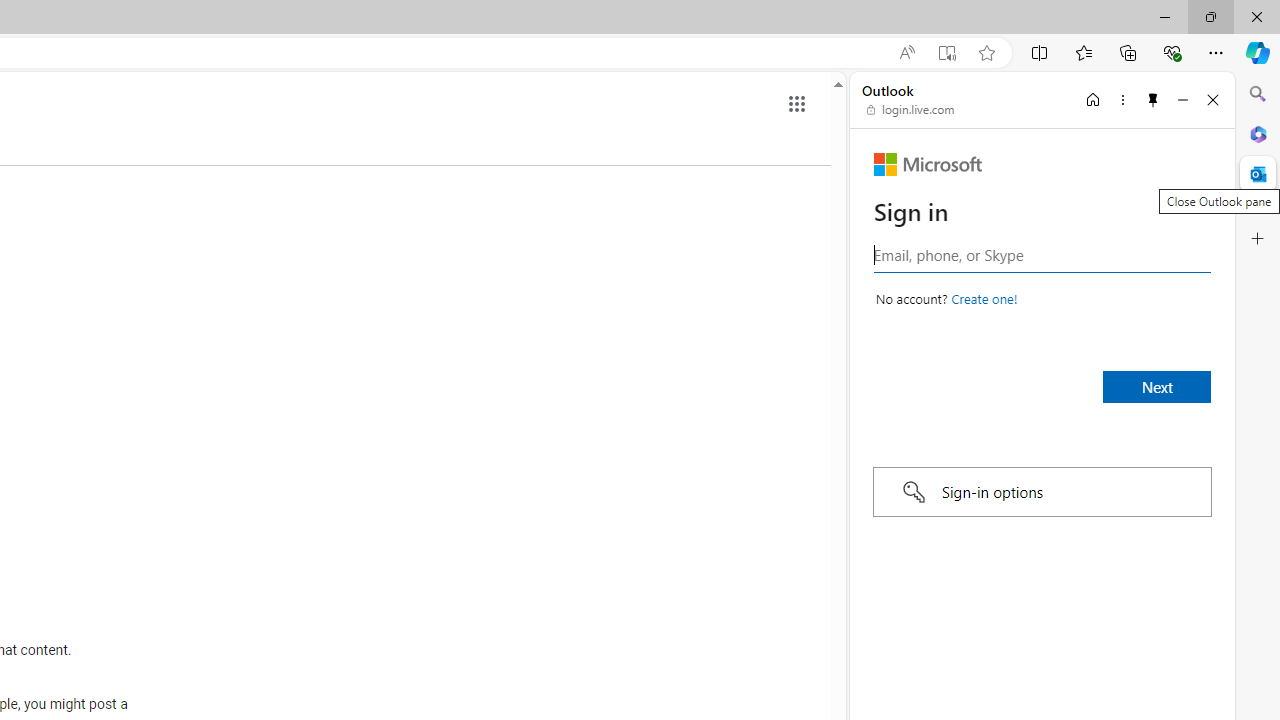 Image resolution: width=1280 pixels, height=720 pixels. Describe the element at coordinates (1041, 492) in the screenshot. I see `'Sign-in options'` at that location.